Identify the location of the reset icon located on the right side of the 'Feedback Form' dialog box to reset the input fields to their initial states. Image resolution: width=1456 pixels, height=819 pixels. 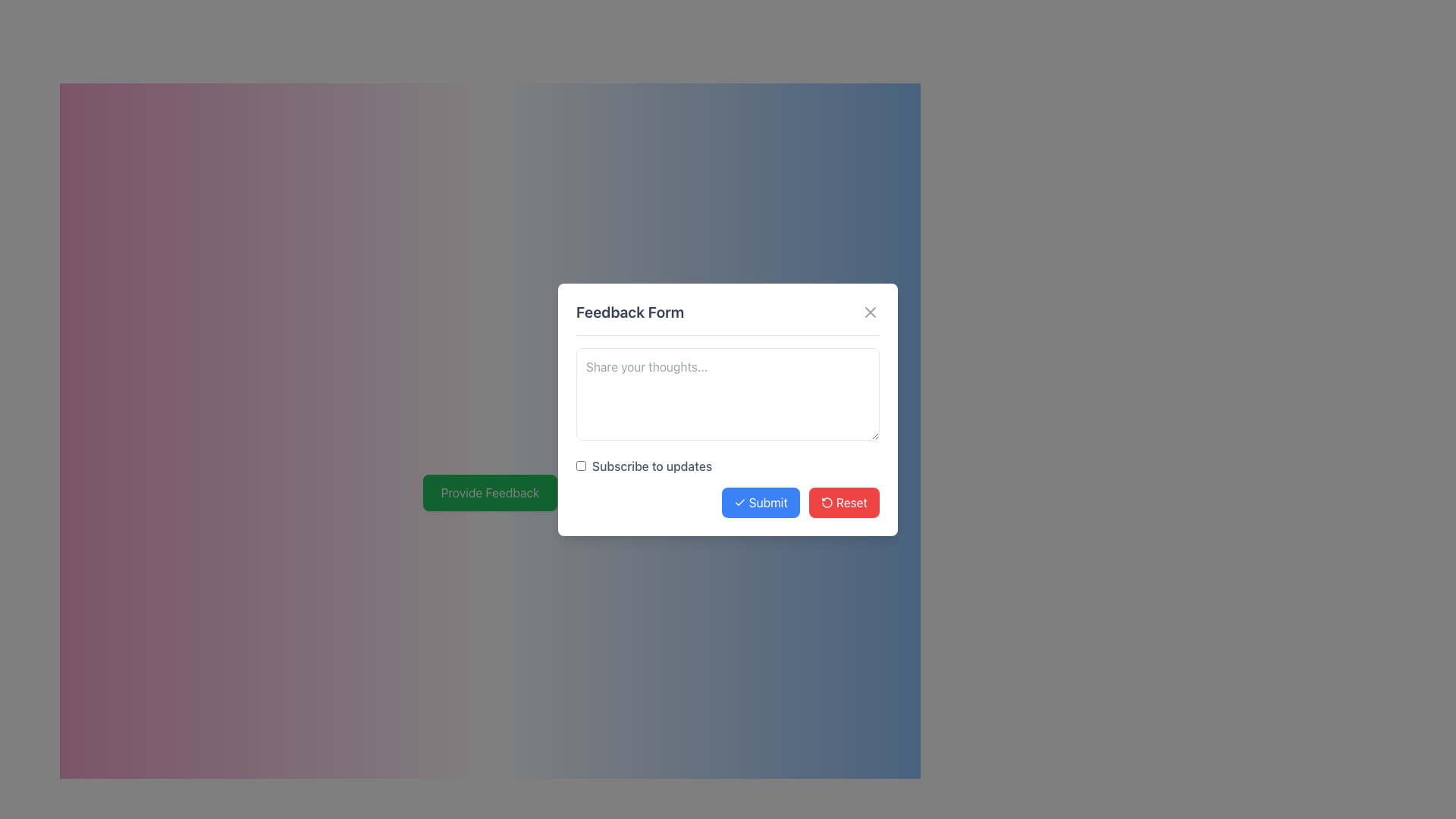
(826, 502).